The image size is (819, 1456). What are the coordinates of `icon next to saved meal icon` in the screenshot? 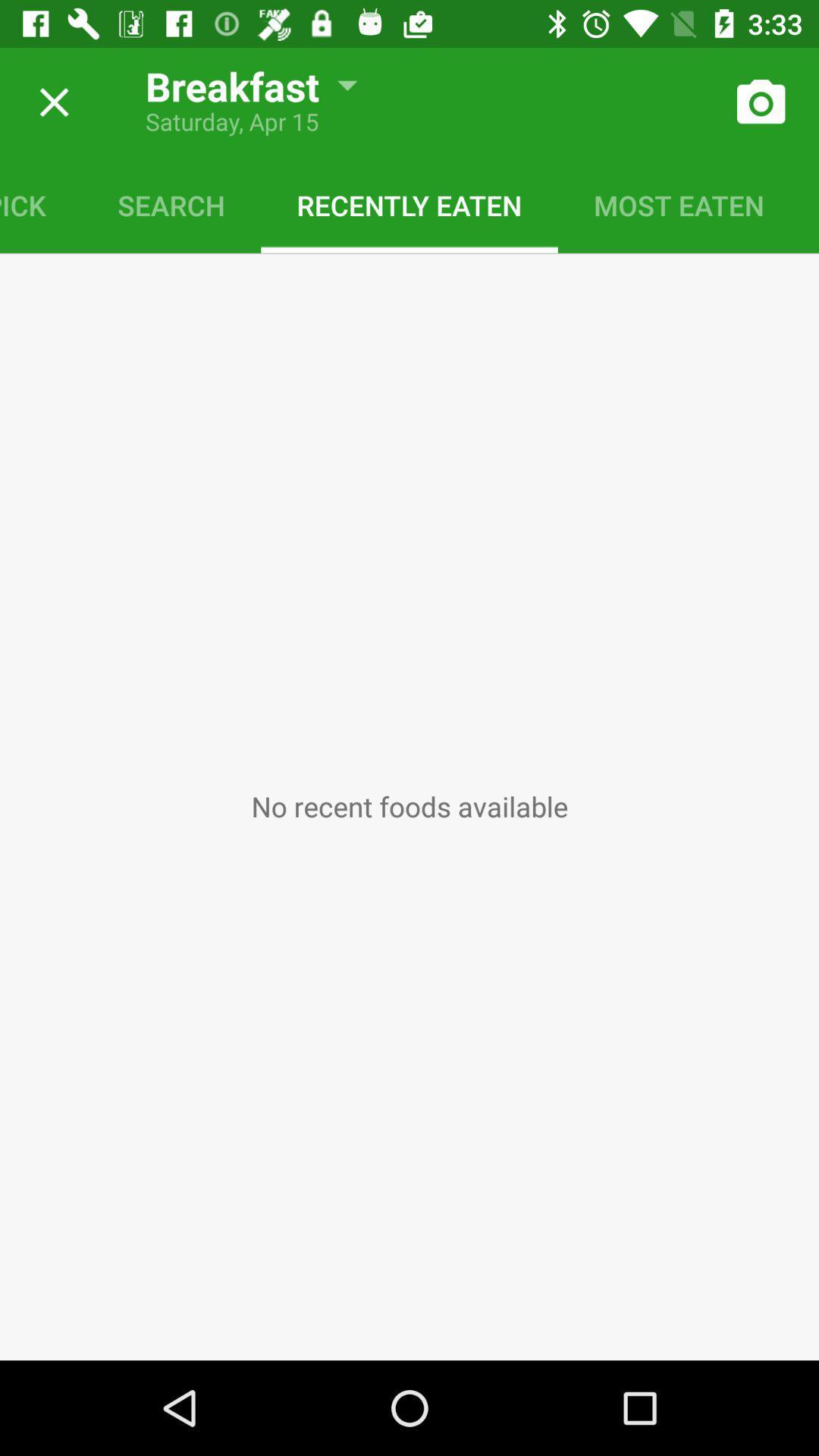 It's located at (678, 204).